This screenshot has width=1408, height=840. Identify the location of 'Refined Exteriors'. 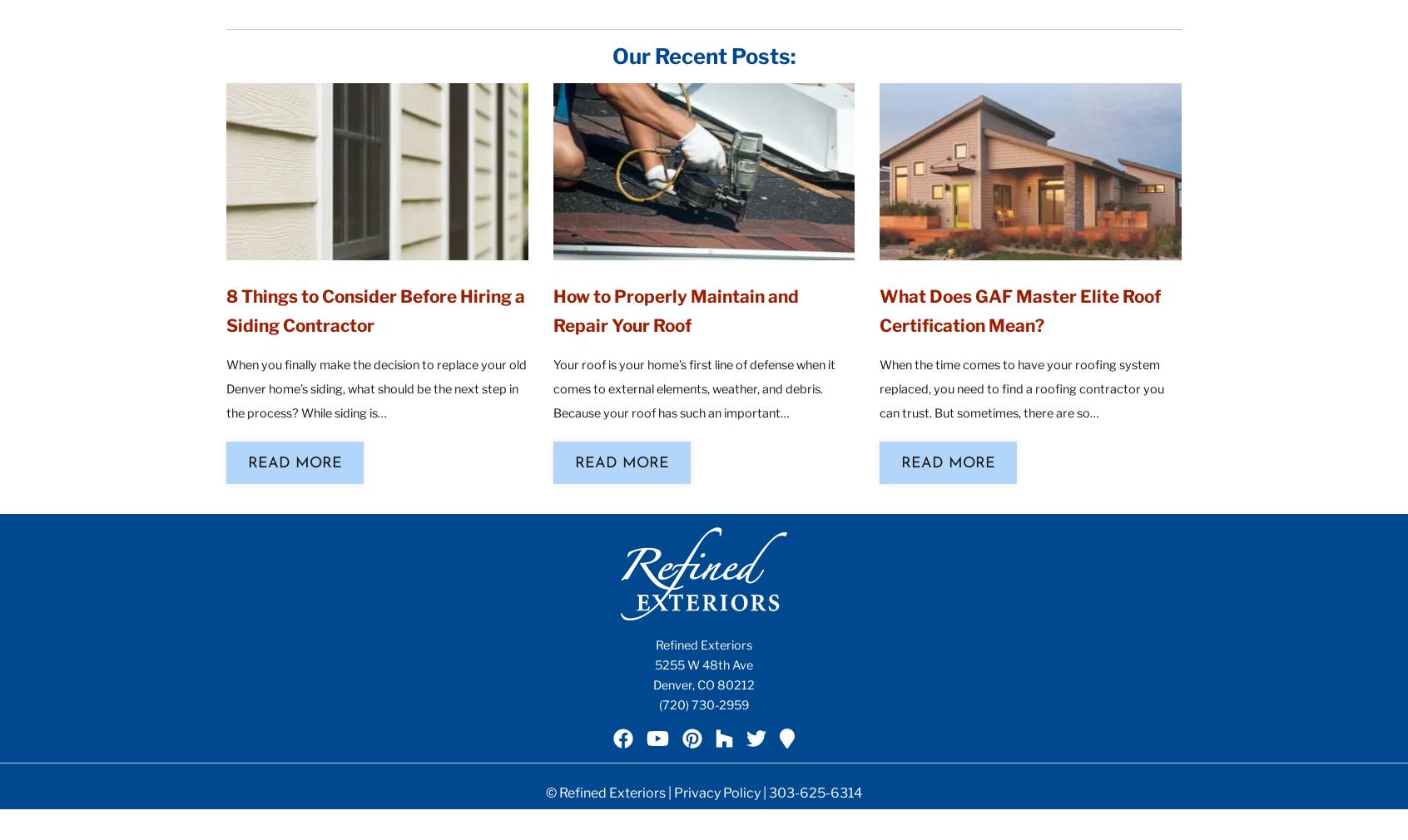
(655, 644).